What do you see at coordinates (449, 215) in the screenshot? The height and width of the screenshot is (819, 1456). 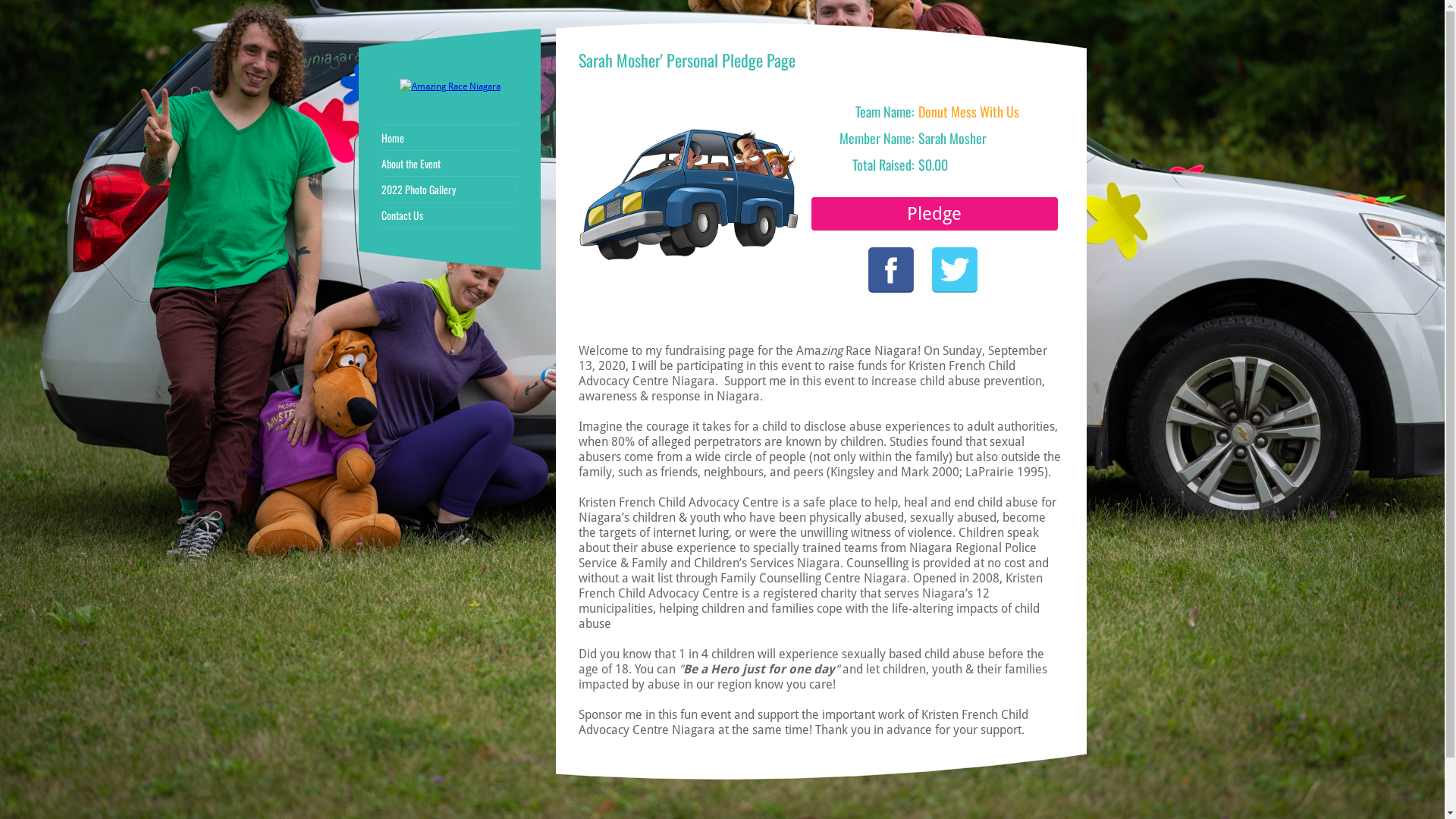 I see `'Contact Us'` at bounding box center [449, 215].